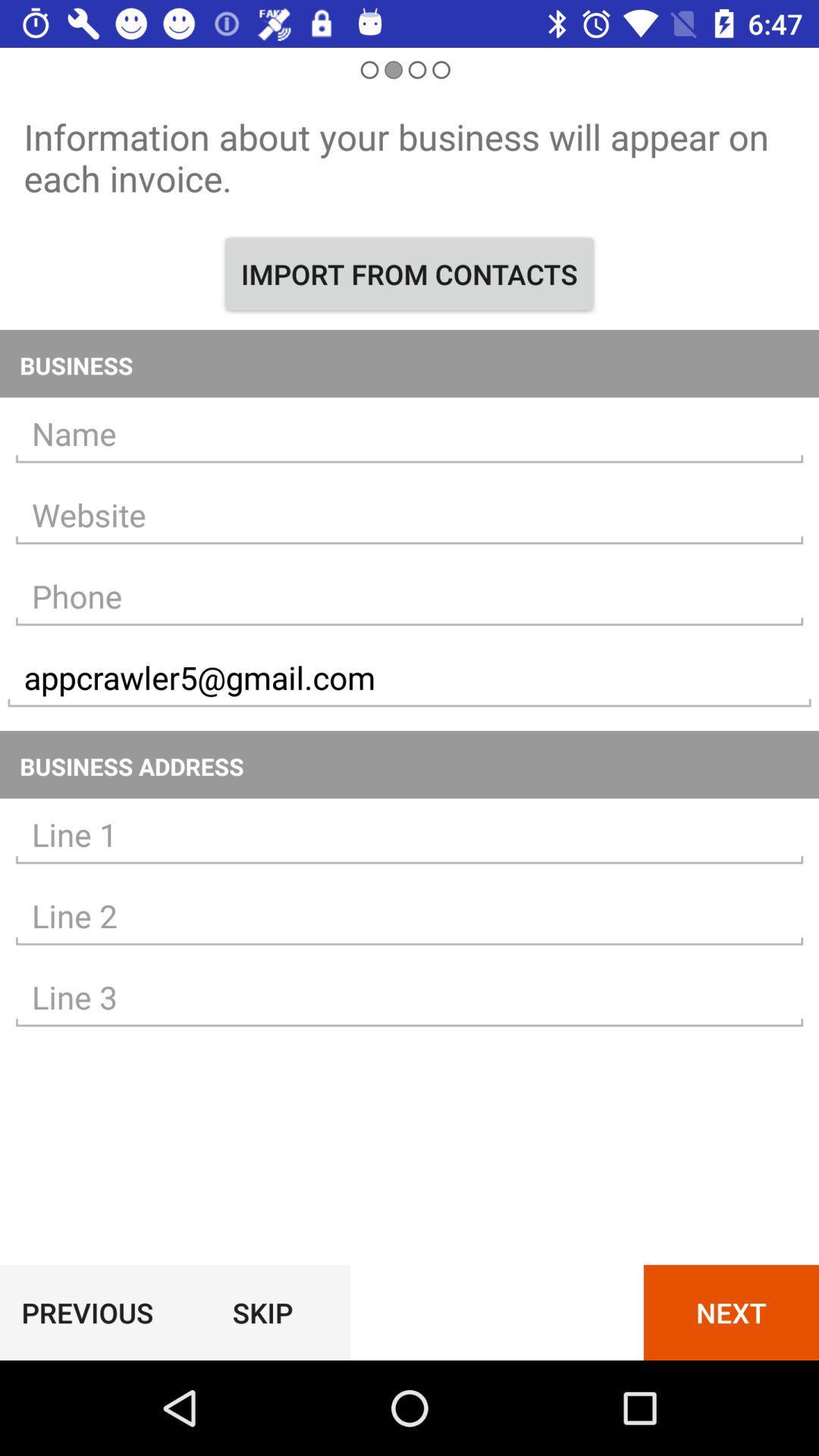 This screenshot has width=819, height=1456. What do you see at coordinates (409, 596) in the screenshot?
I see `item above appcrawler5@gmail.com` at bounding box center [409, 596].